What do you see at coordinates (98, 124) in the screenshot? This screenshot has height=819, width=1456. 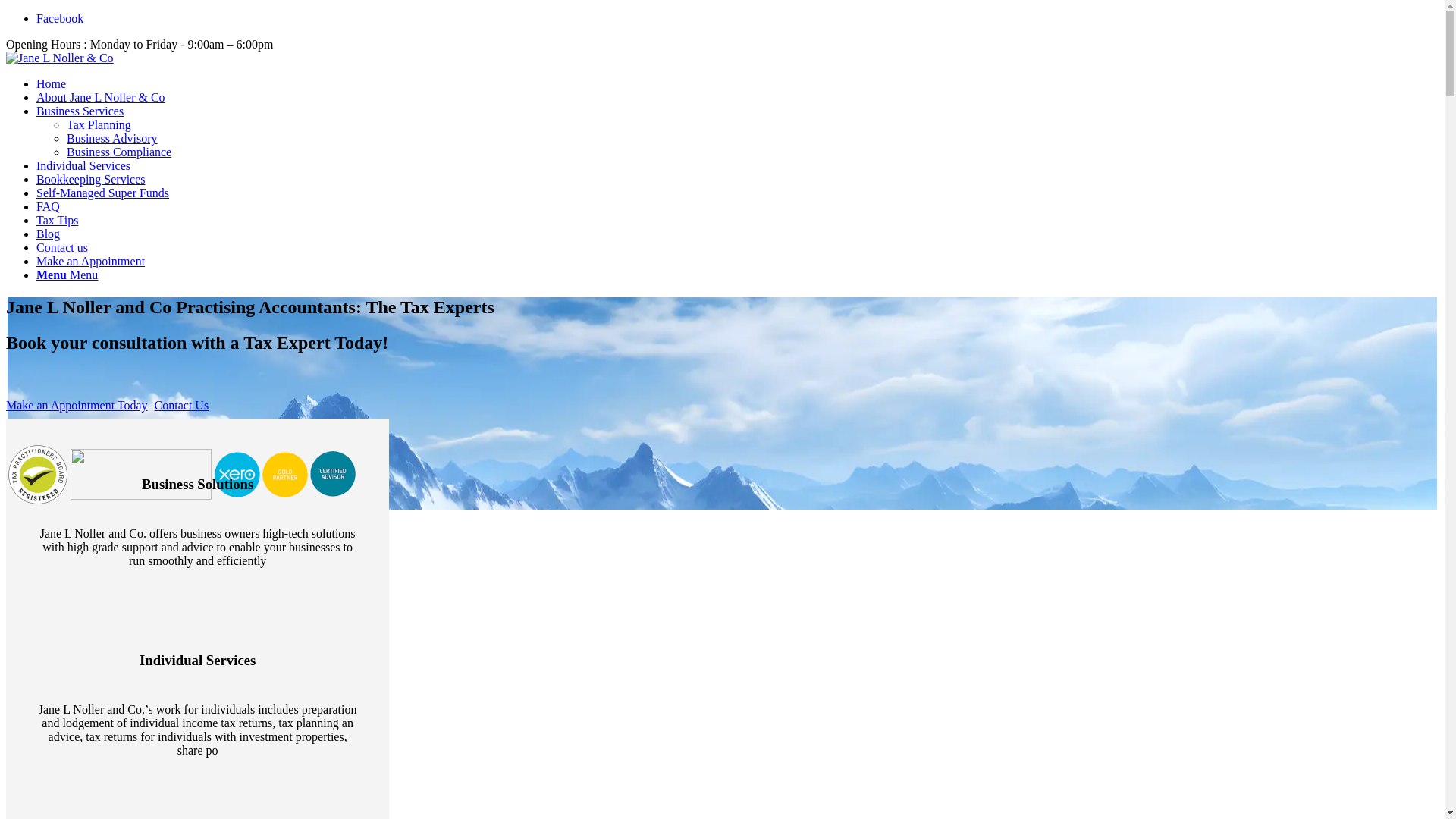 I see `'Tax Planning'` at bounding box center [98, 124].